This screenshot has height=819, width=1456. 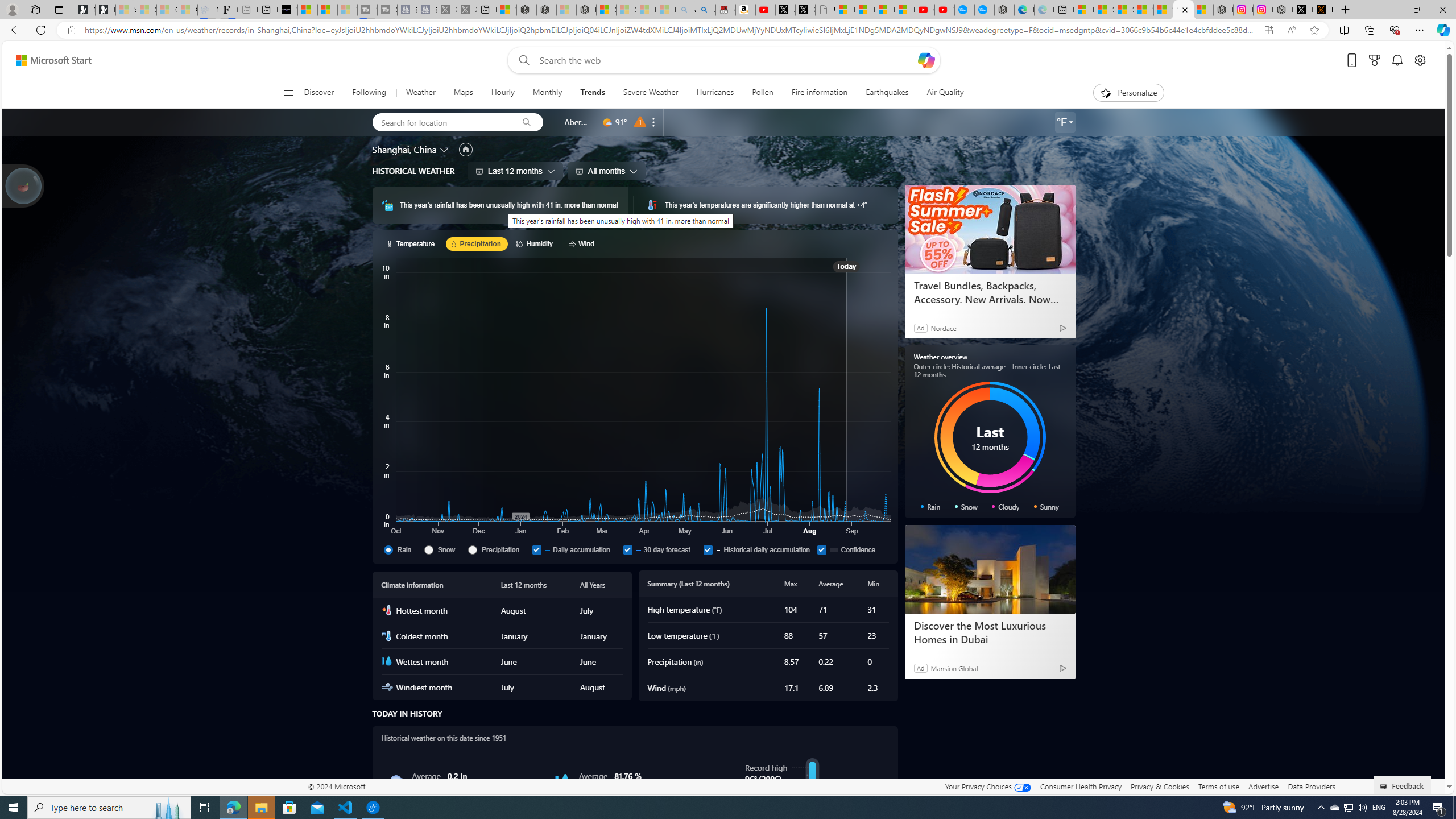 What do you see at coordinates (46, 59) in the screenshot?
I see `'Skip to footer'` at bounding box center [46, 59].